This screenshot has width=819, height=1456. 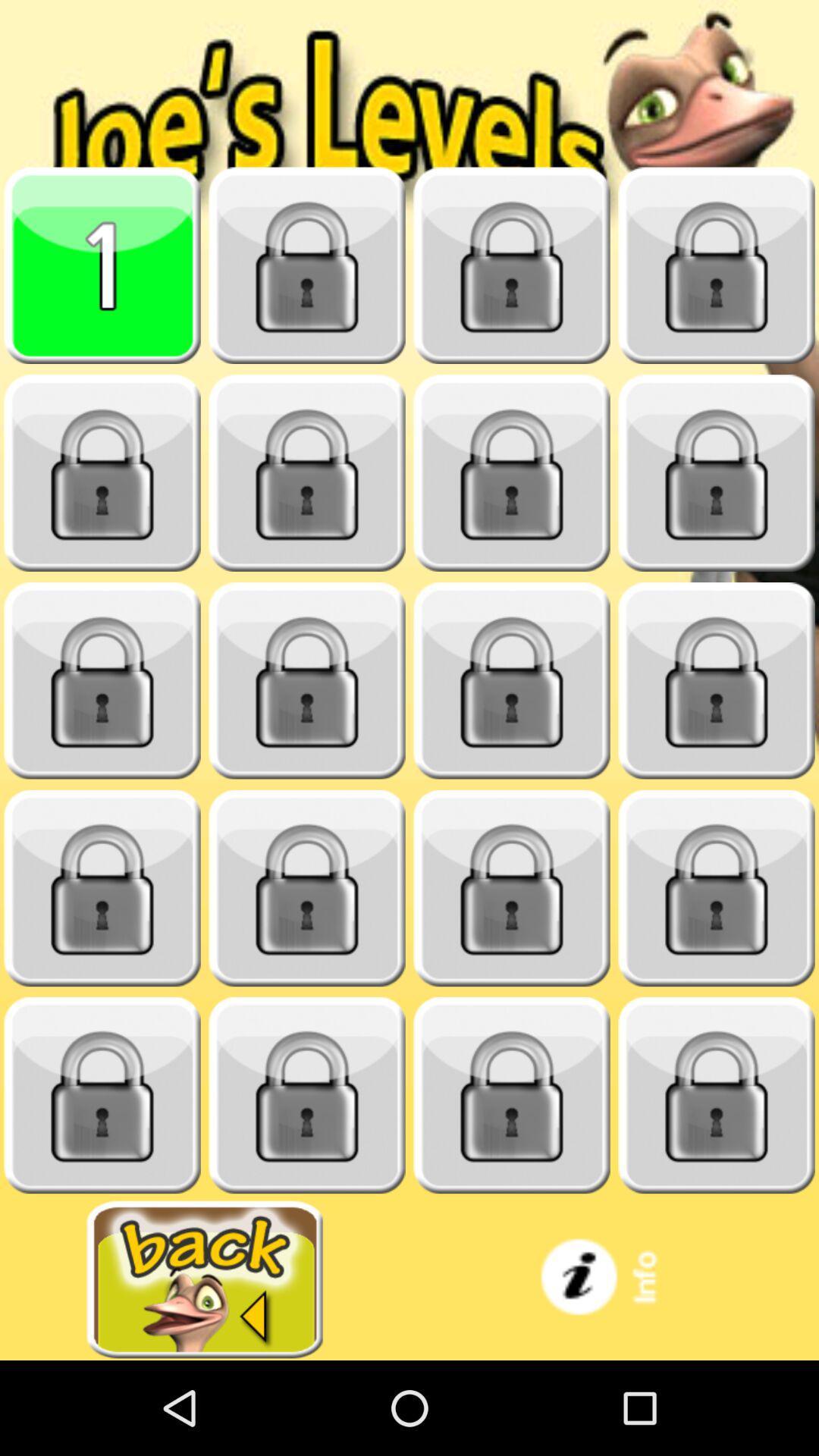 I want to click on locked level, so click(x=307, y=680).